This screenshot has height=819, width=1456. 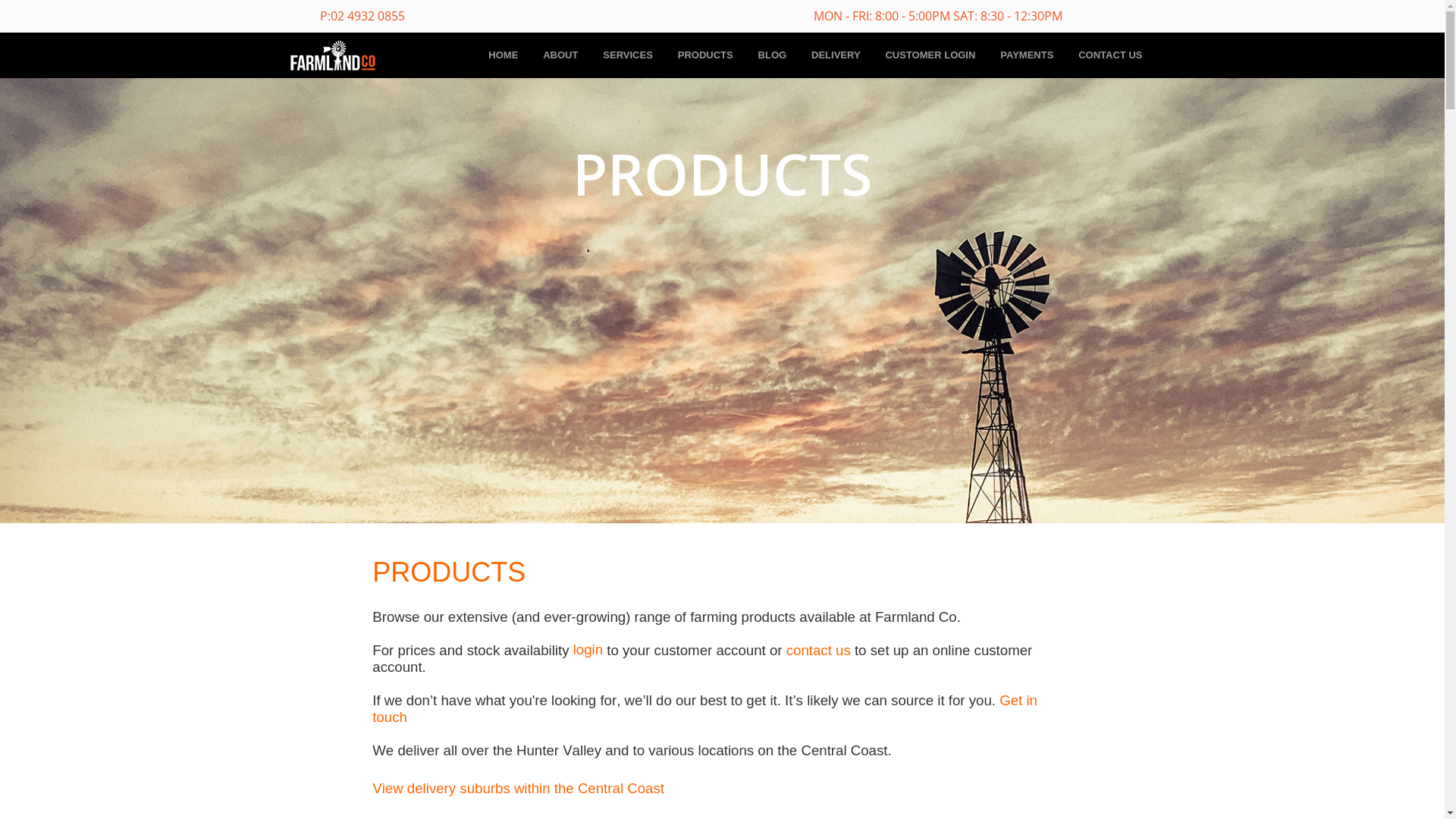 I want to click on ' ', so click(x=409, y=716).